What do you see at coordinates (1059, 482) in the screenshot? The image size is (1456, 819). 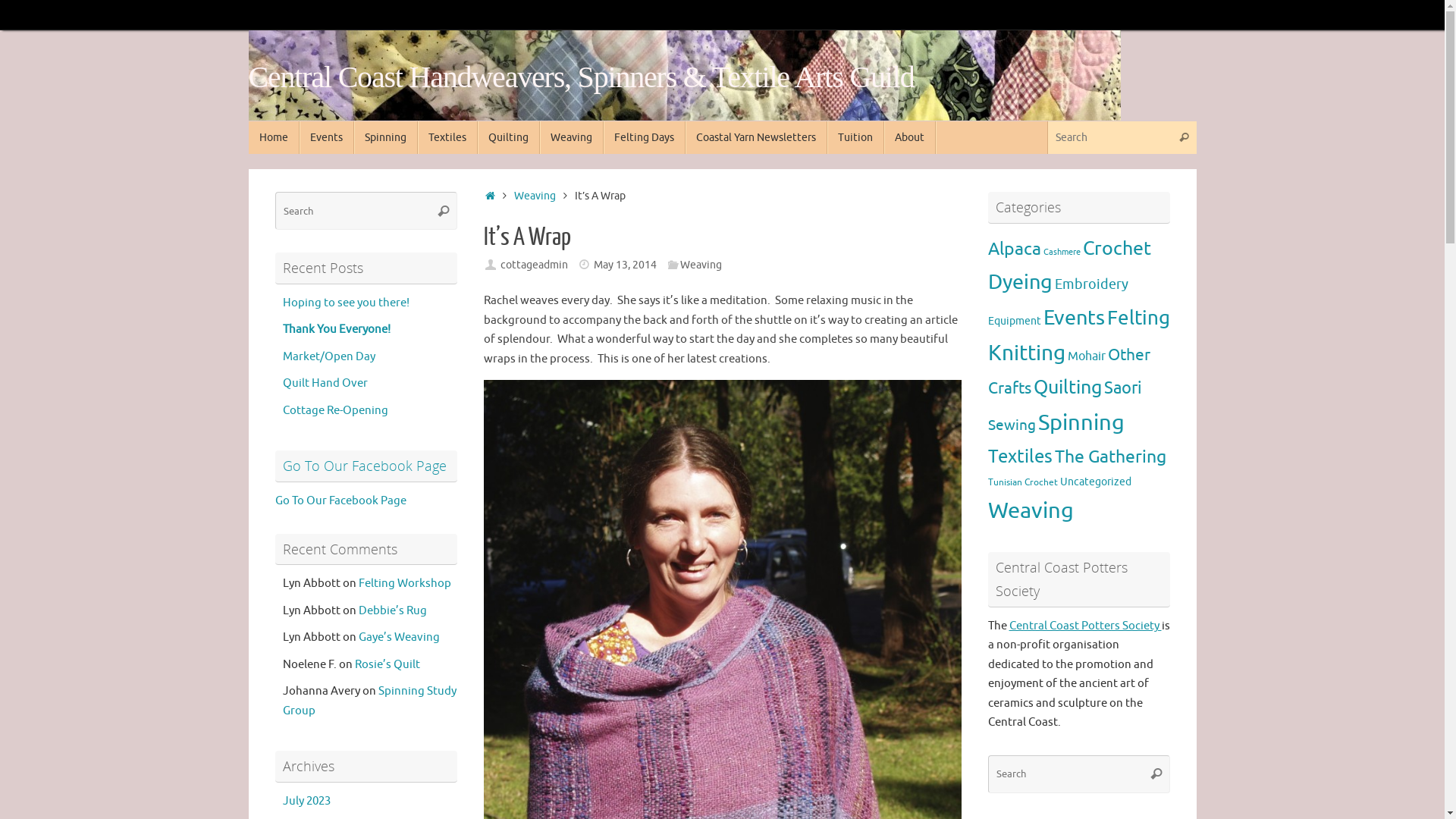 I see `'Uncategorized'` at bounding box center [1059, 482].